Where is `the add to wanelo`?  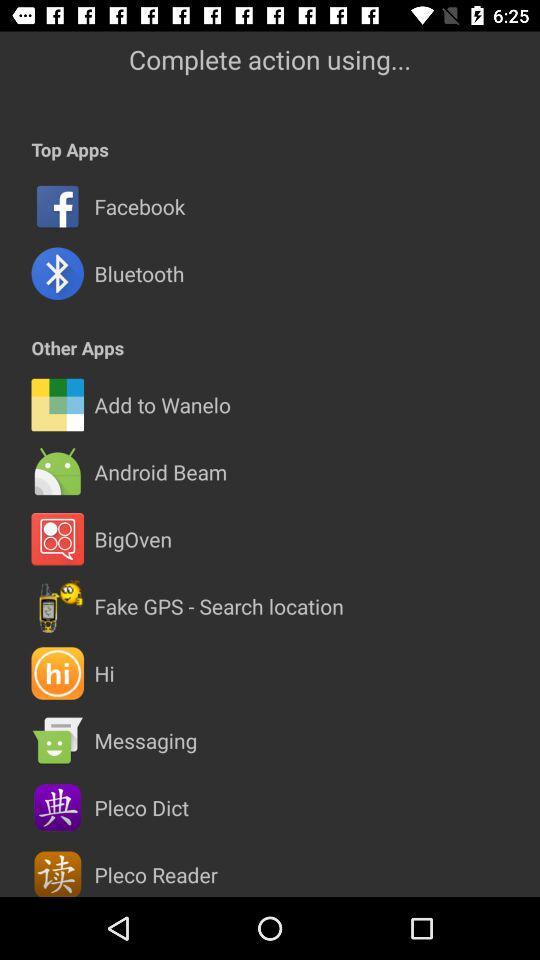 the add to wanelo is located at coordinates (161, 404).